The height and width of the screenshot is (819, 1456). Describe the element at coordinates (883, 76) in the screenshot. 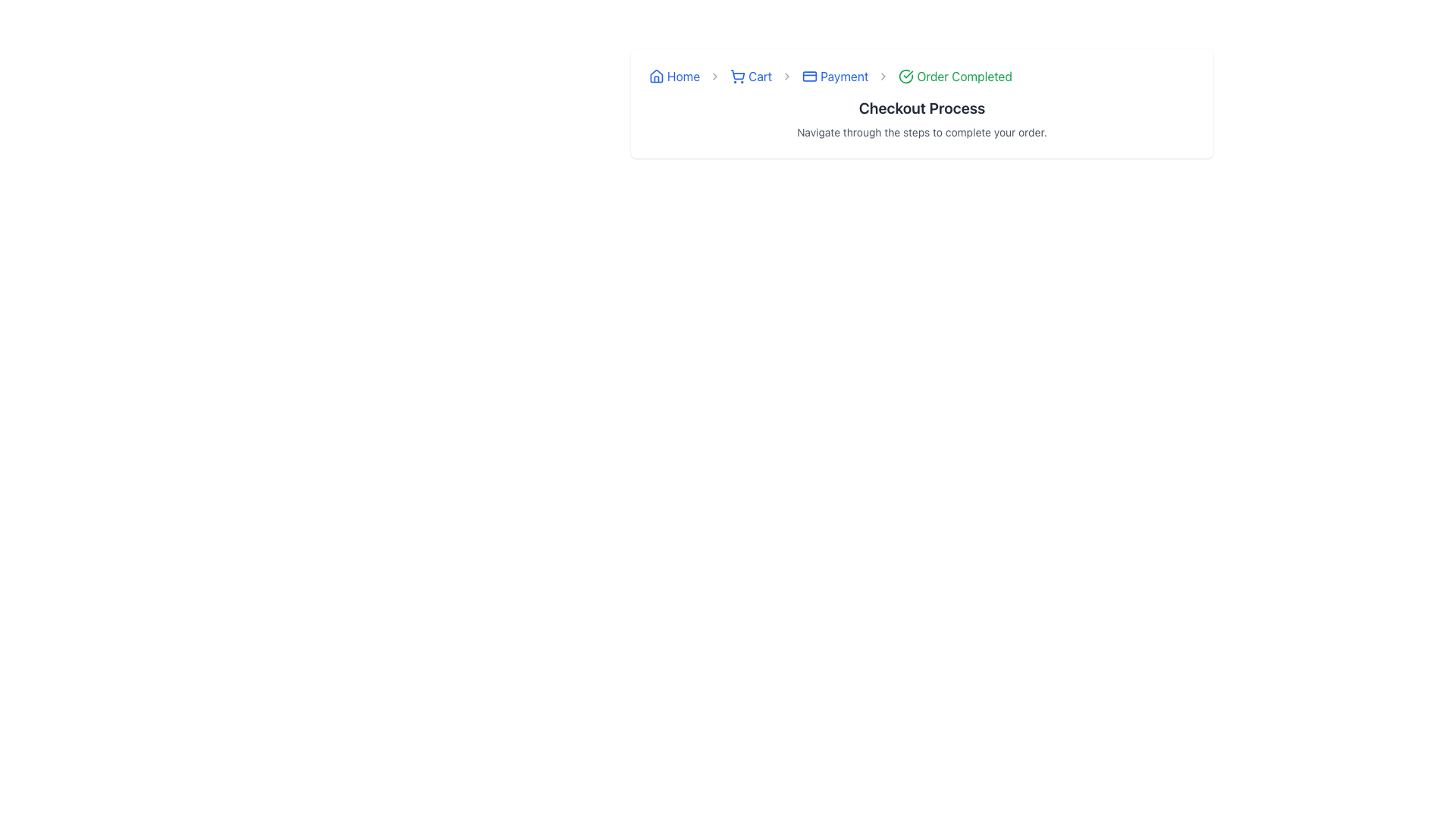

I see `the visual separator icon located between the 'Payment' and 'Order Completed' labels in the breadcrumb navigation` at that location.